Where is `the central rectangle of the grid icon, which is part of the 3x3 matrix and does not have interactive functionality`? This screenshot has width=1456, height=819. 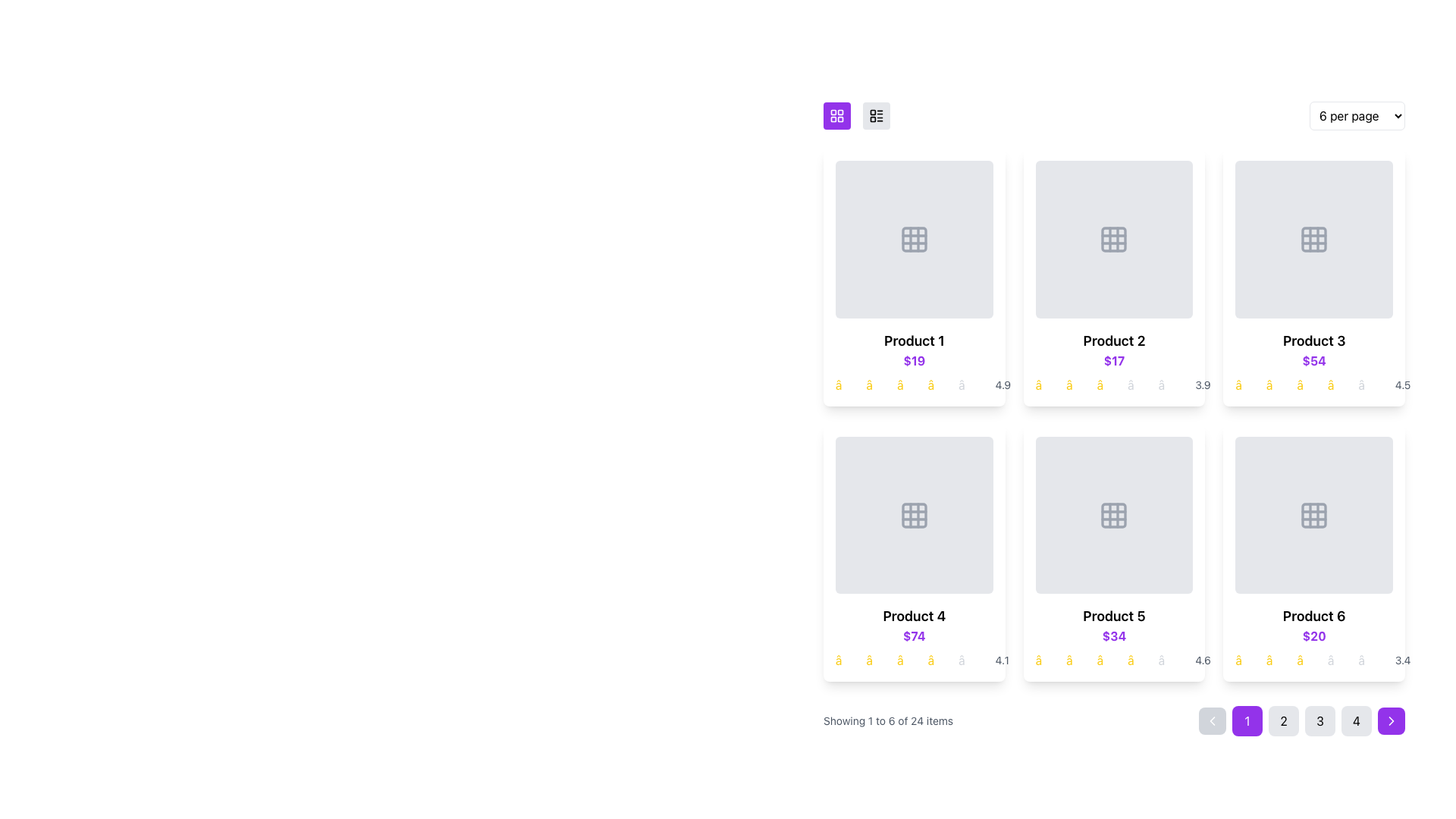
the central rectangle of the grid icon, which is part of the 3x3 matrix and does not have interactive functionality is located at coordinates (913, 239).